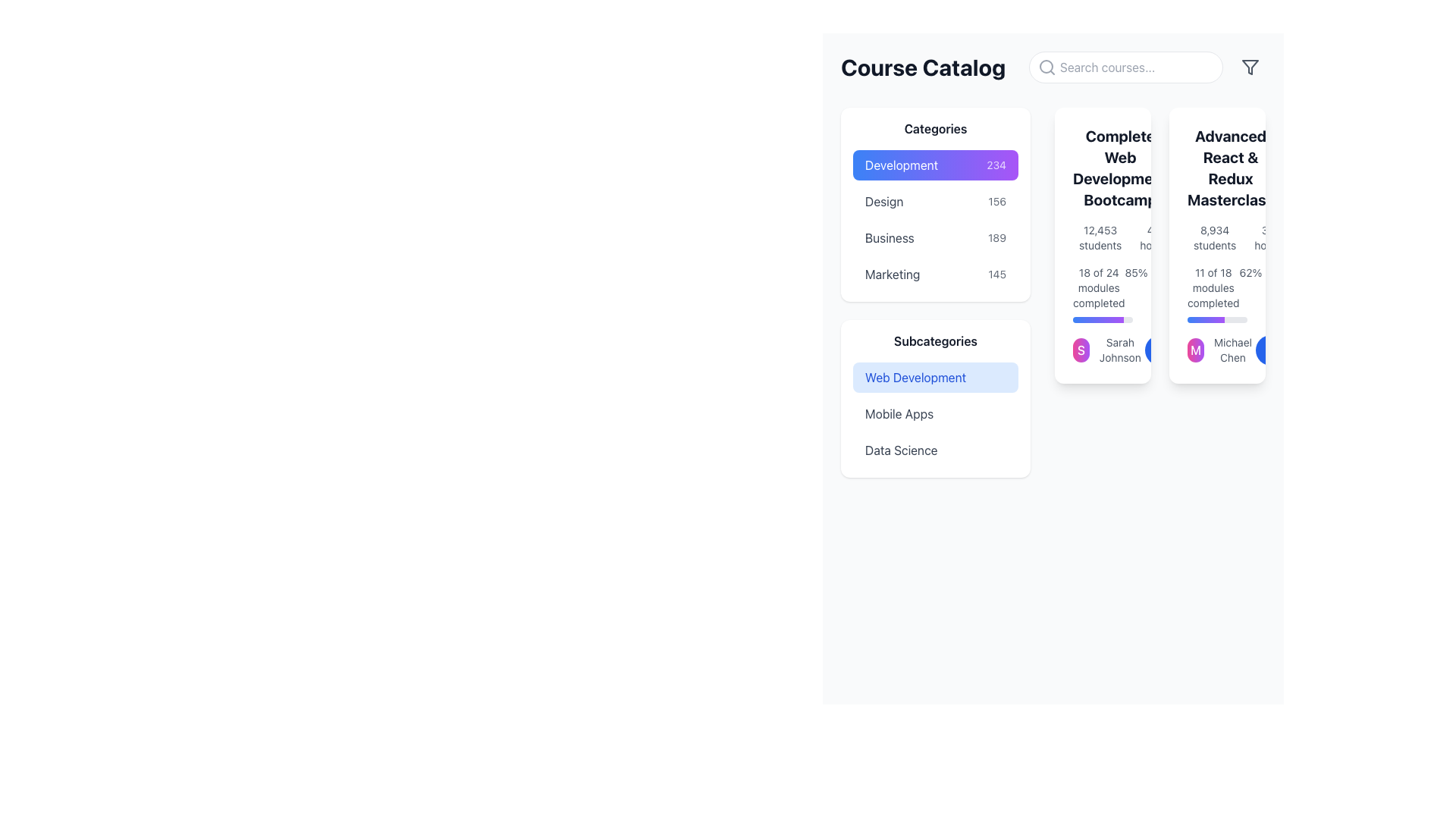  I want to click on the 'Categories' text label, which is styled with a bold font and dark gray color, located at the top of the vertical panel displaying category options, so click(934, 127).